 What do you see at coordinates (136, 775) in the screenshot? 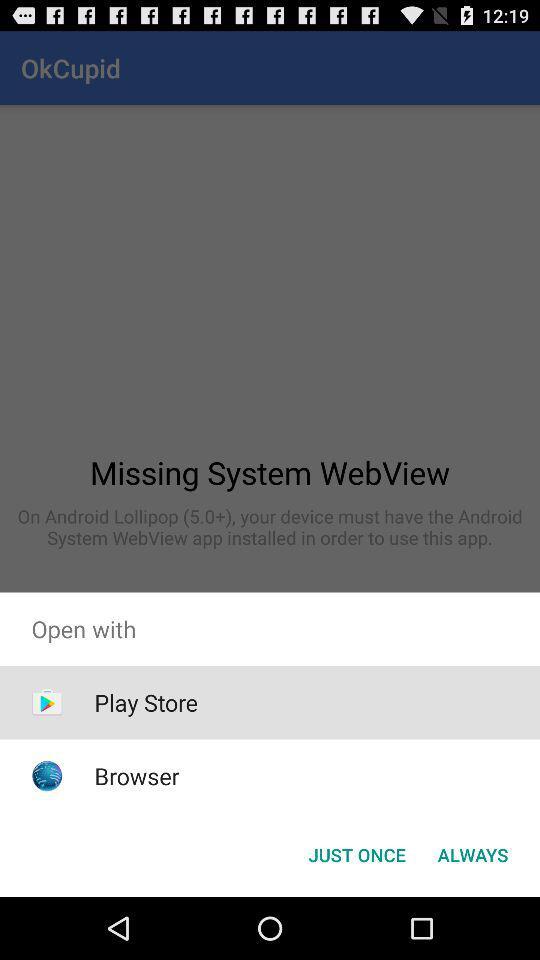
I see `item below the play store icon` at bounding box center [136, 775].